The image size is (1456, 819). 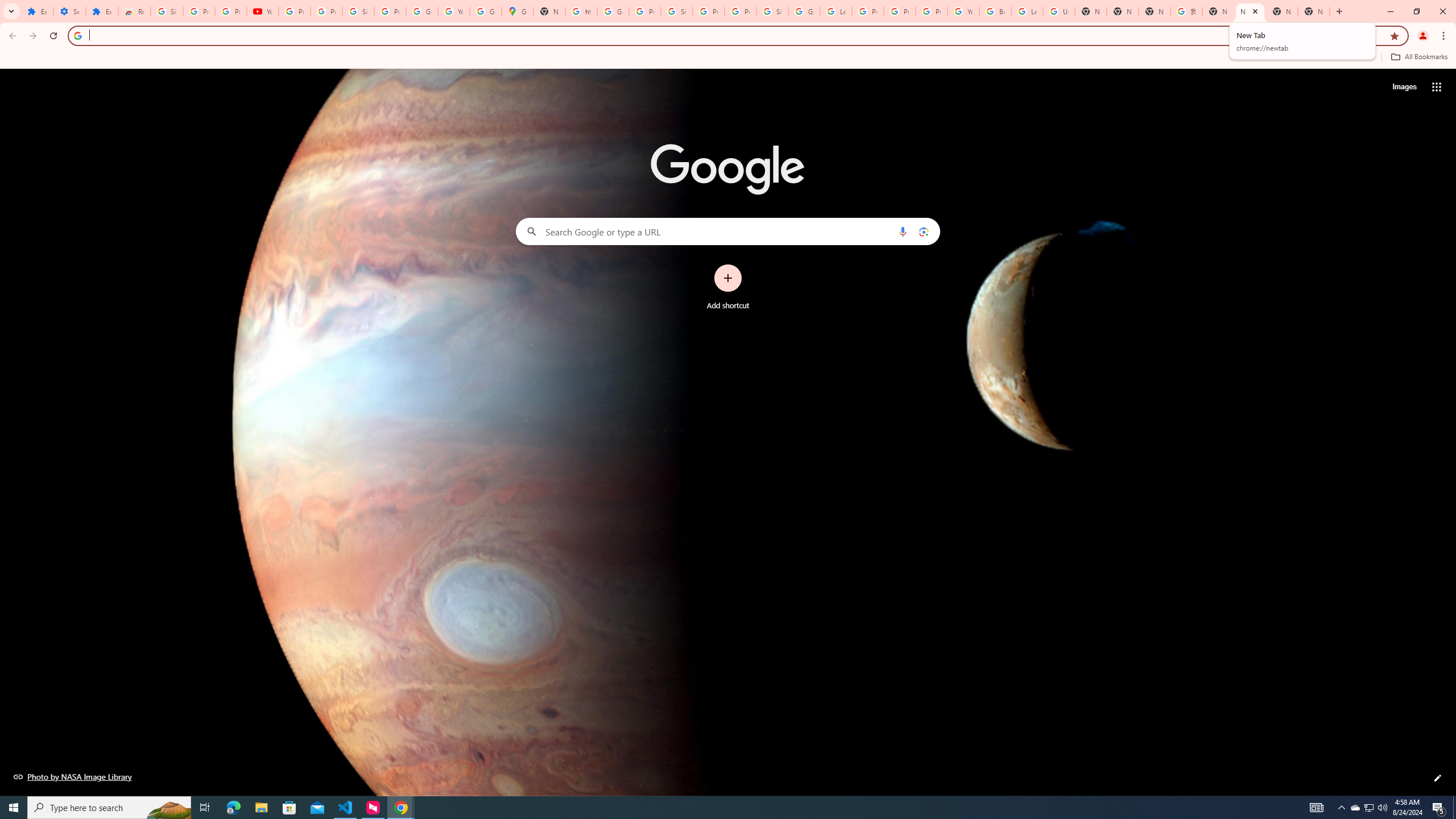 What do you see at coordinates (517, 11) in the screenshot?
I see `'Google Maps'` at bounding box center [517, 11].